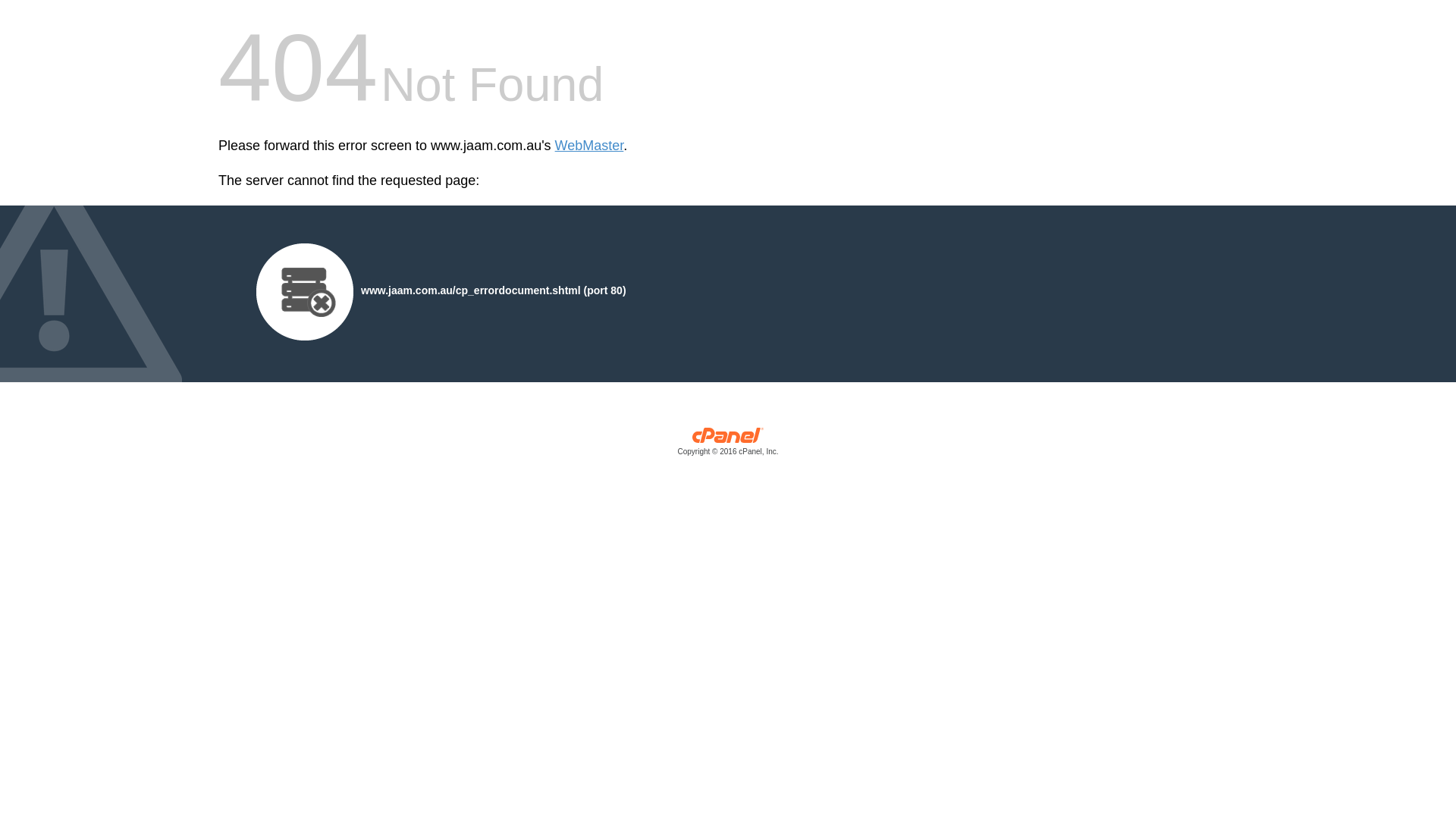  What do you see at coordinates (588, 146) in the screenshot?
I see `'WebMaster'` at bounding box center [588, 146].